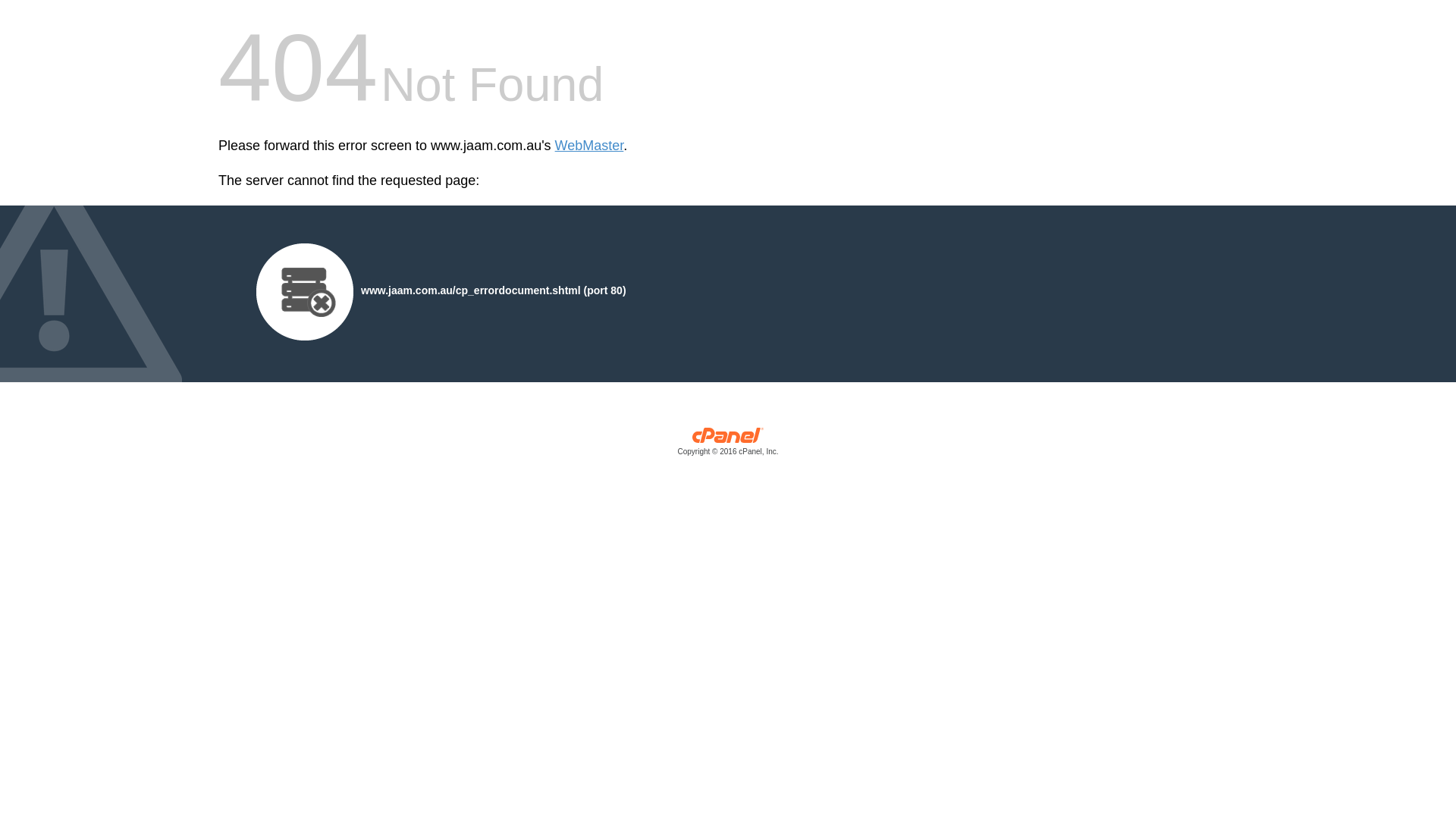  What do you see at coordinates (588, 146) in the screenshot?
I see `'WebMaster'` at bounding box center [588, 146].